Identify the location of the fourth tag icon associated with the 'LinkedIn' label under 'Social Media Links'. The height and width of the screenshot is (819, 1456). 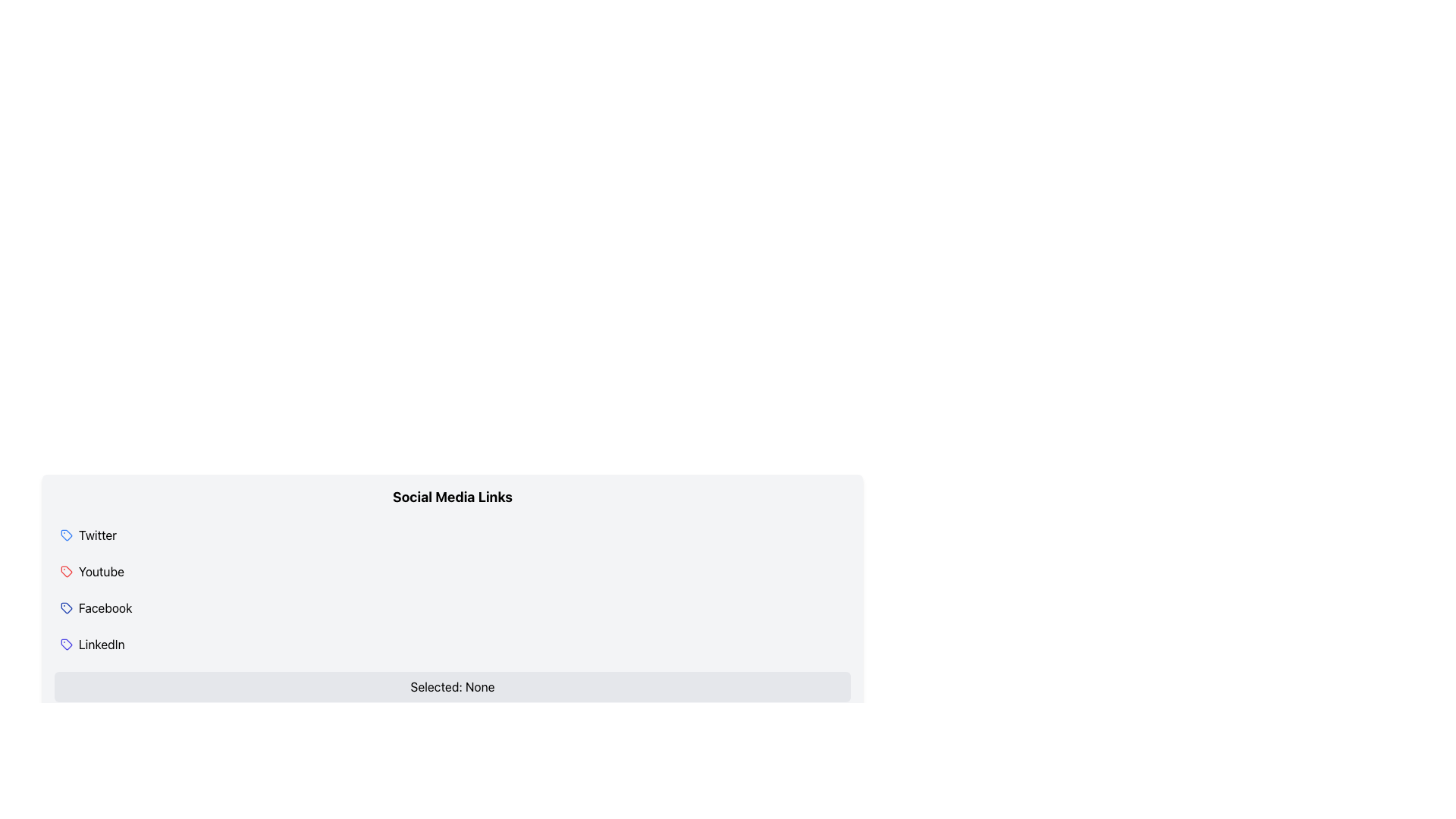
(65, 644).